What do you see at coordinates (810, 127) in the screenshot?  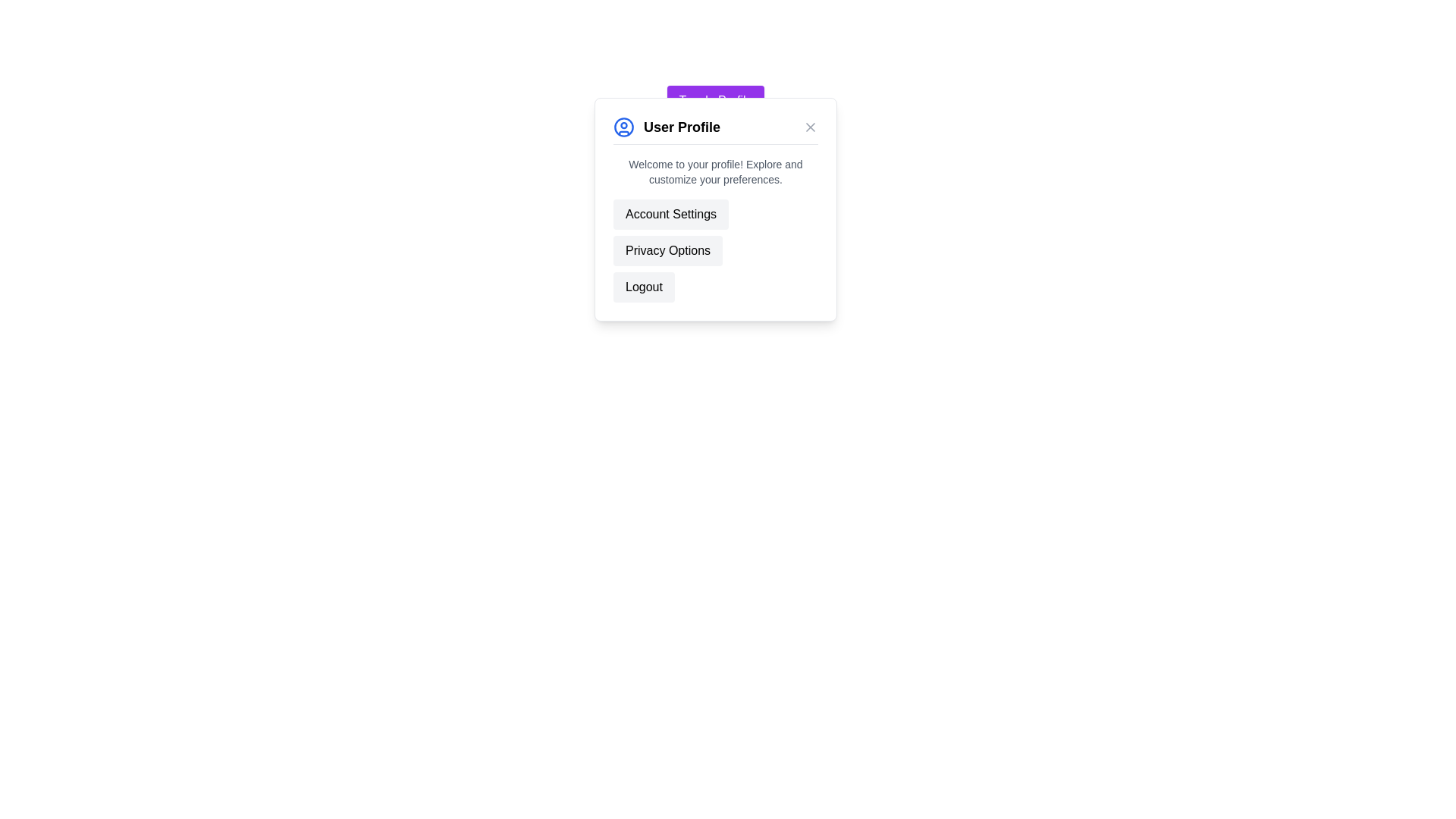 I see `the close button located at the top-right corner of the 'User Profile' modal to change its highlight color` at bounding box center [810, 127].